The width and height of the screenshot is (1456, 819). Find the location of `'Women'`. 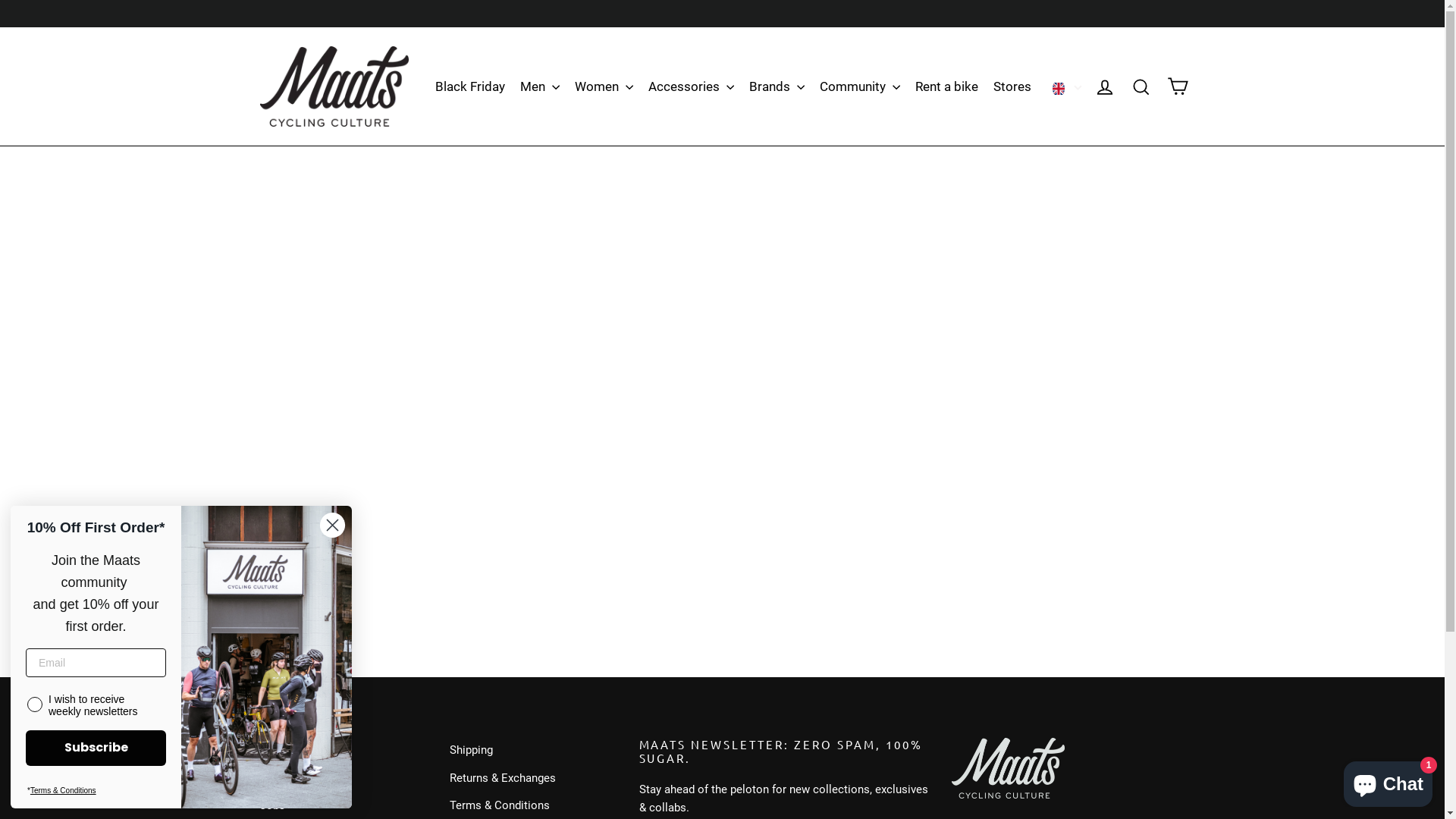

'Women' is located at coordinates (603, 86).